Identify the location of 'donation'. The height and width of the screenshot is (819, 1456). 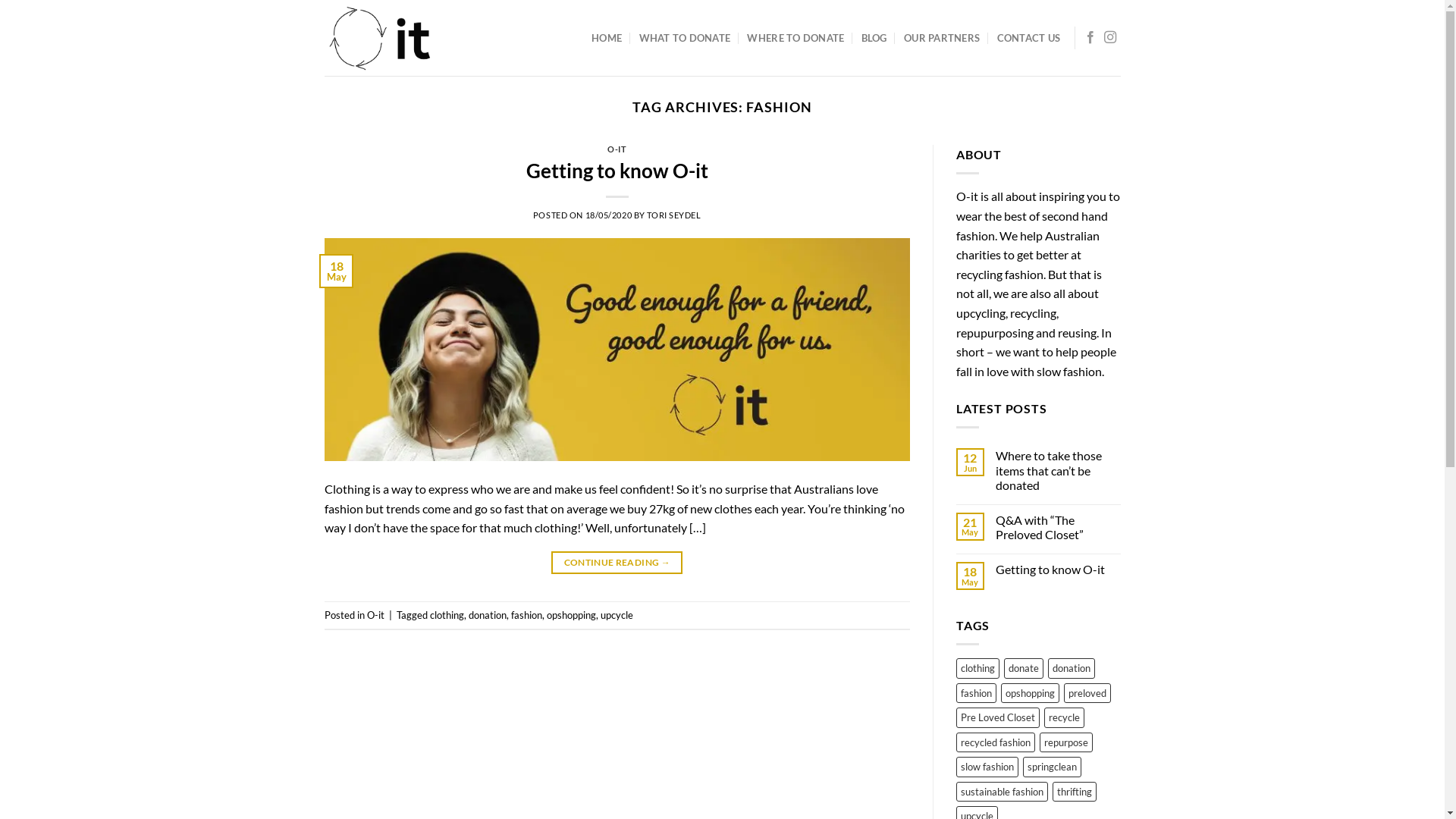
(1047, 667).